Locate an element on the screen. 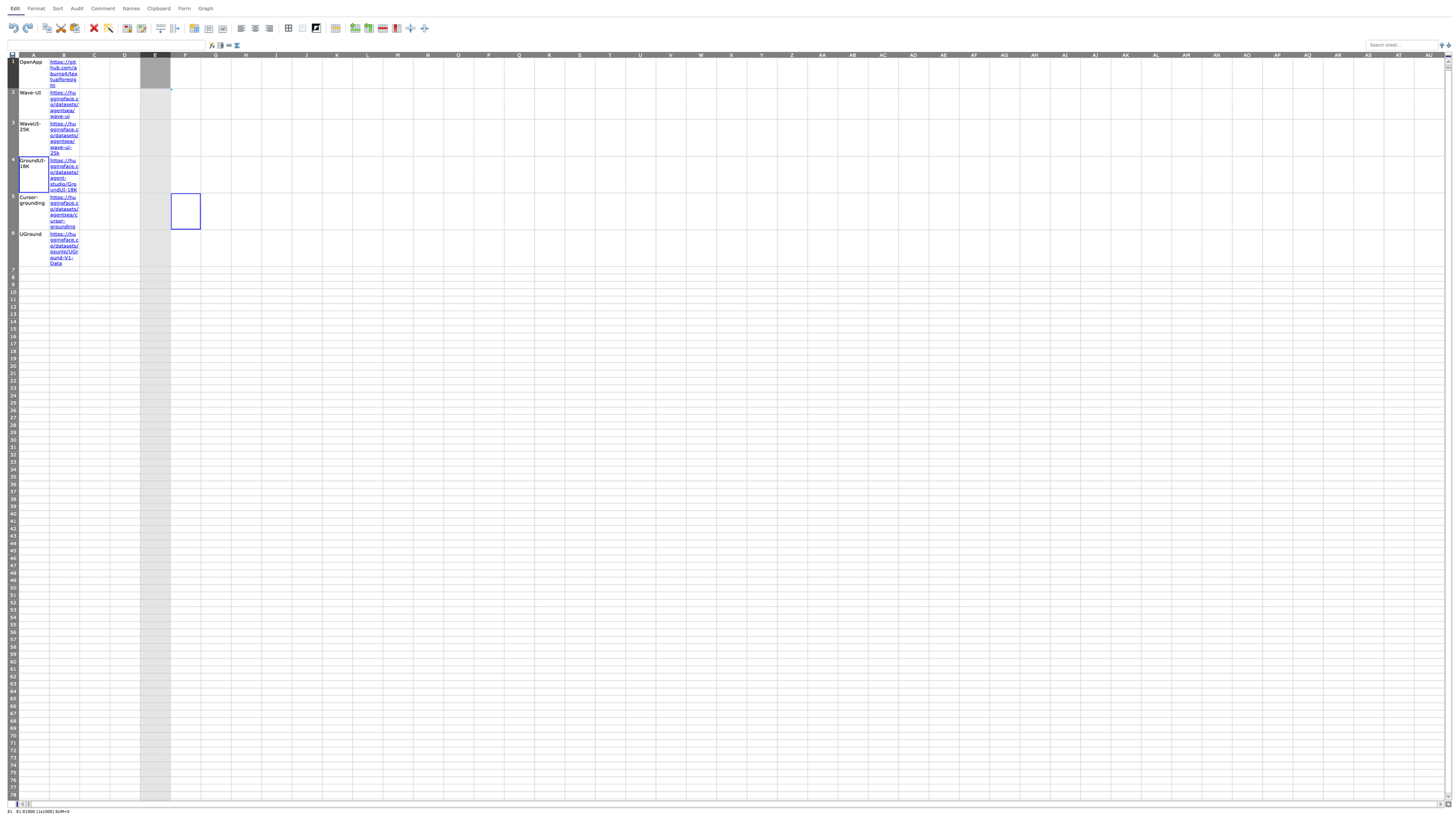 This screenshot has width=1456, height=819. Move cursor to column F is located at coordinates (185, 54).